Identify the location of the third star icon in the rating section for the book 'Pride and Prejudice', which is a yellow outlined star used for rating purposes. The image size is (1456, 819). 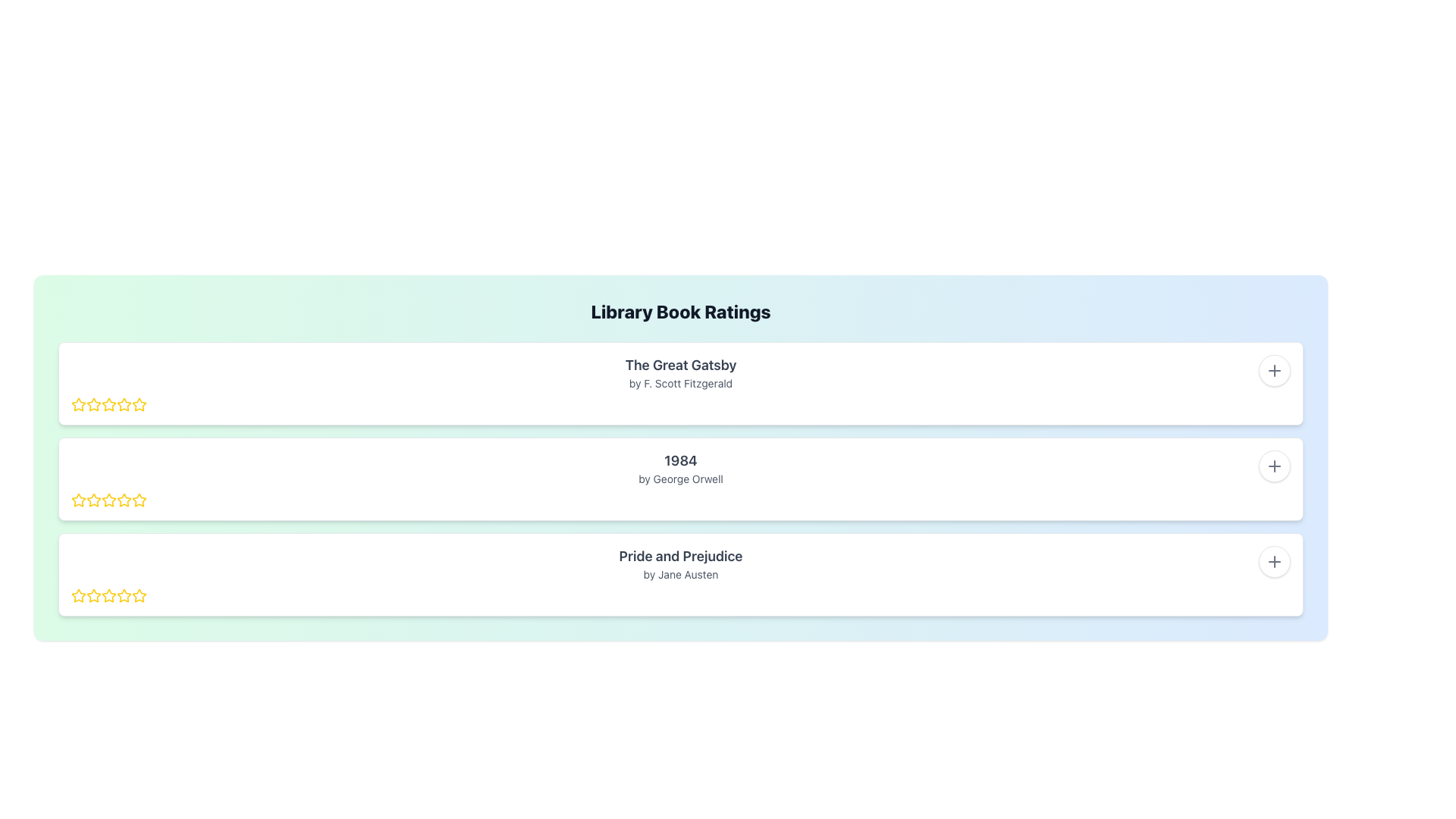
(108, 595).